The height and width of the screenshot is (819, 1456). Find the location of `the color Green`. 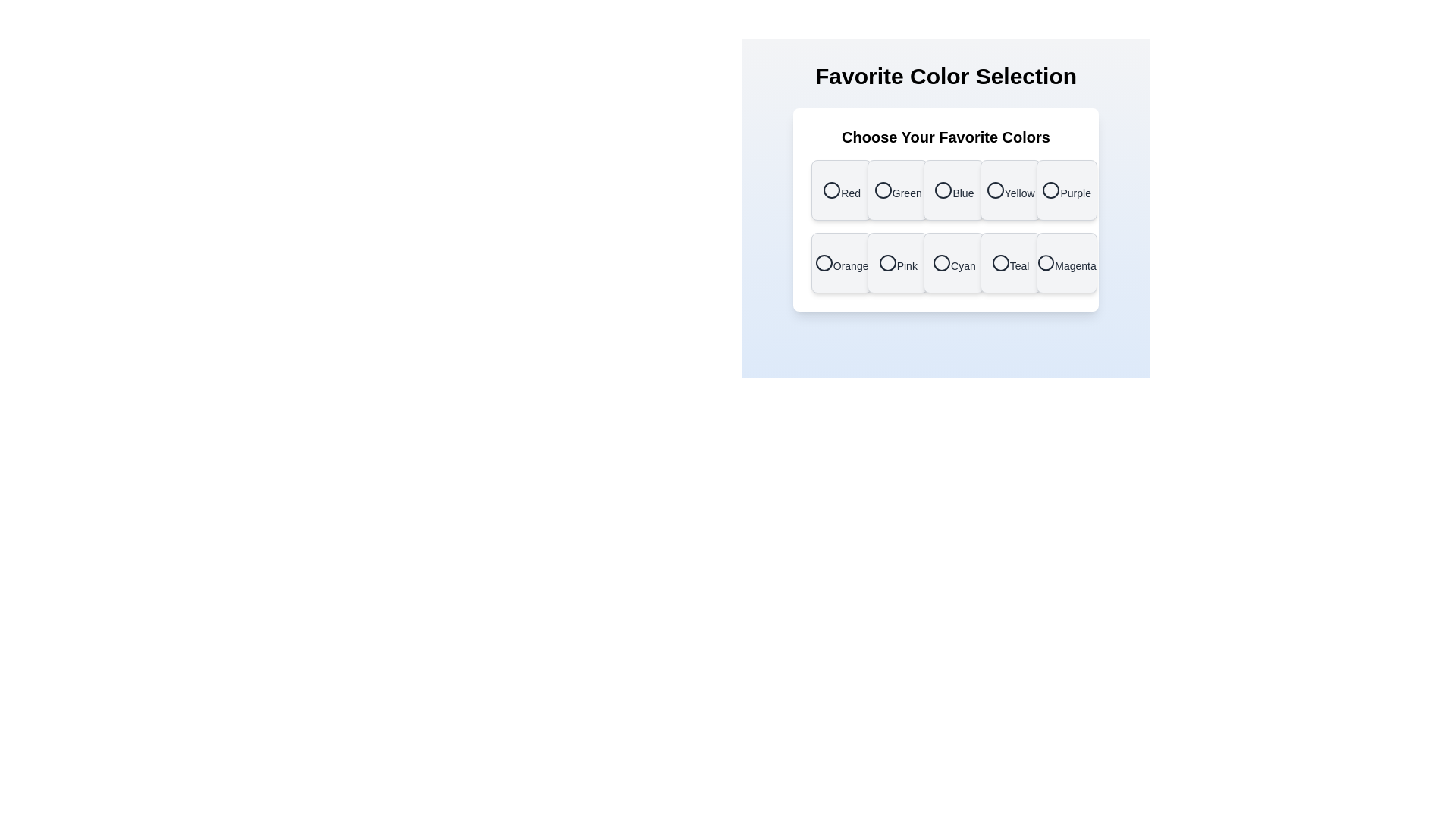

the color Green is located at coordinates (898, 189).